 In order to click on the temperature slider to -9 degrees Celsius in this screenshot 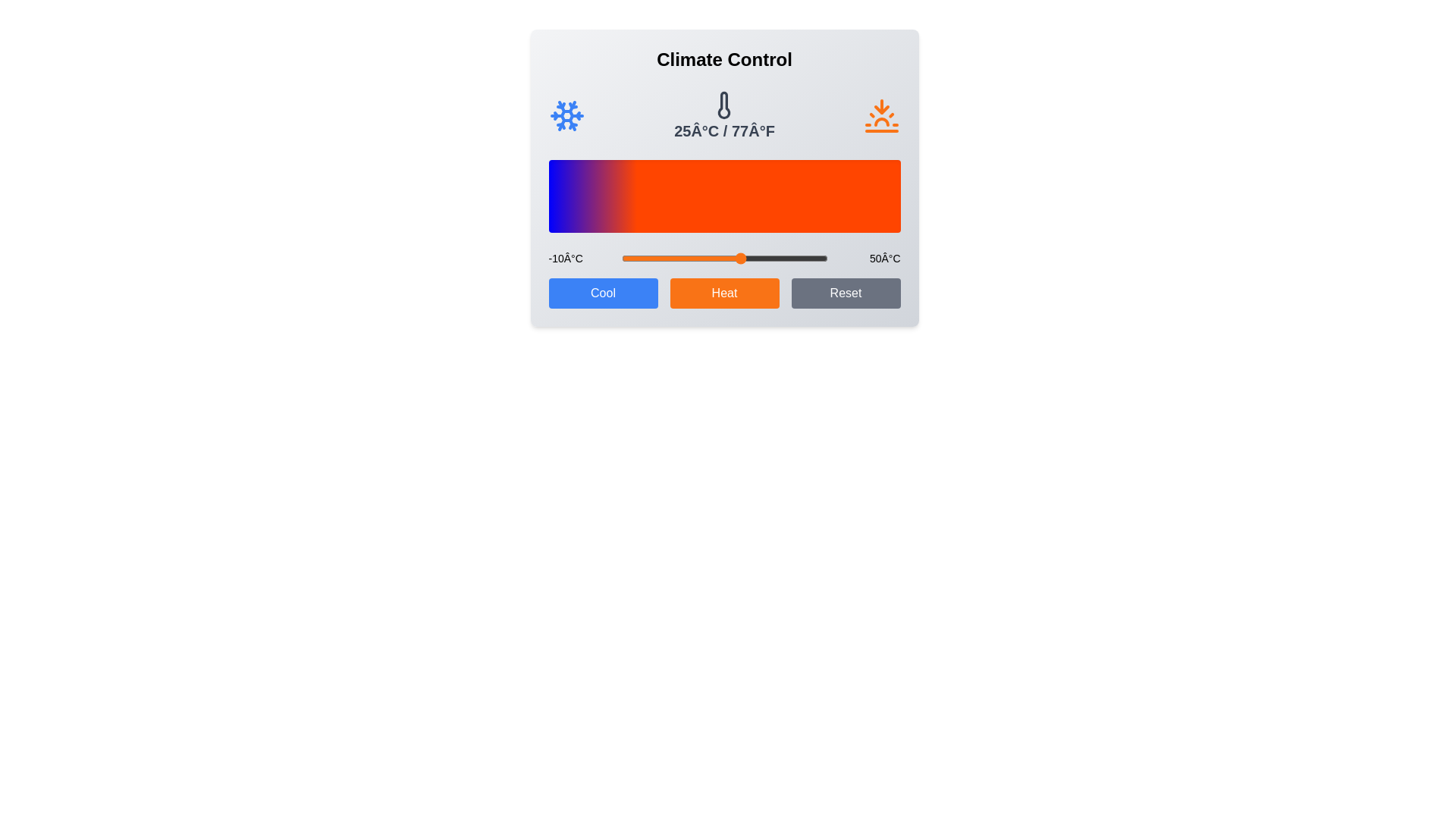, I will do `click(625, 257)`.